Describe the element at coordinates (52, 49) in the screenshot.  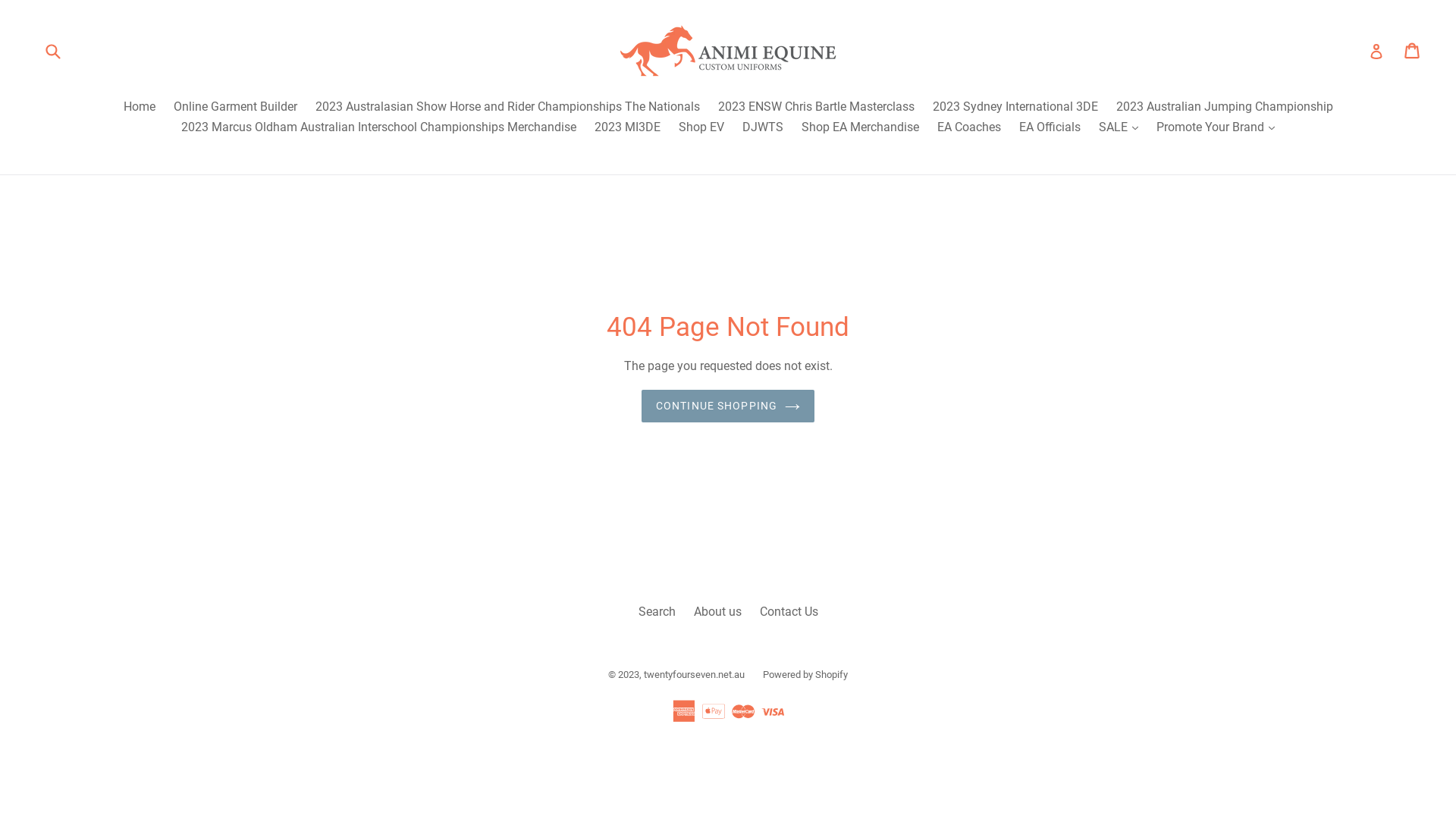
I see `'Submit'` at that location.